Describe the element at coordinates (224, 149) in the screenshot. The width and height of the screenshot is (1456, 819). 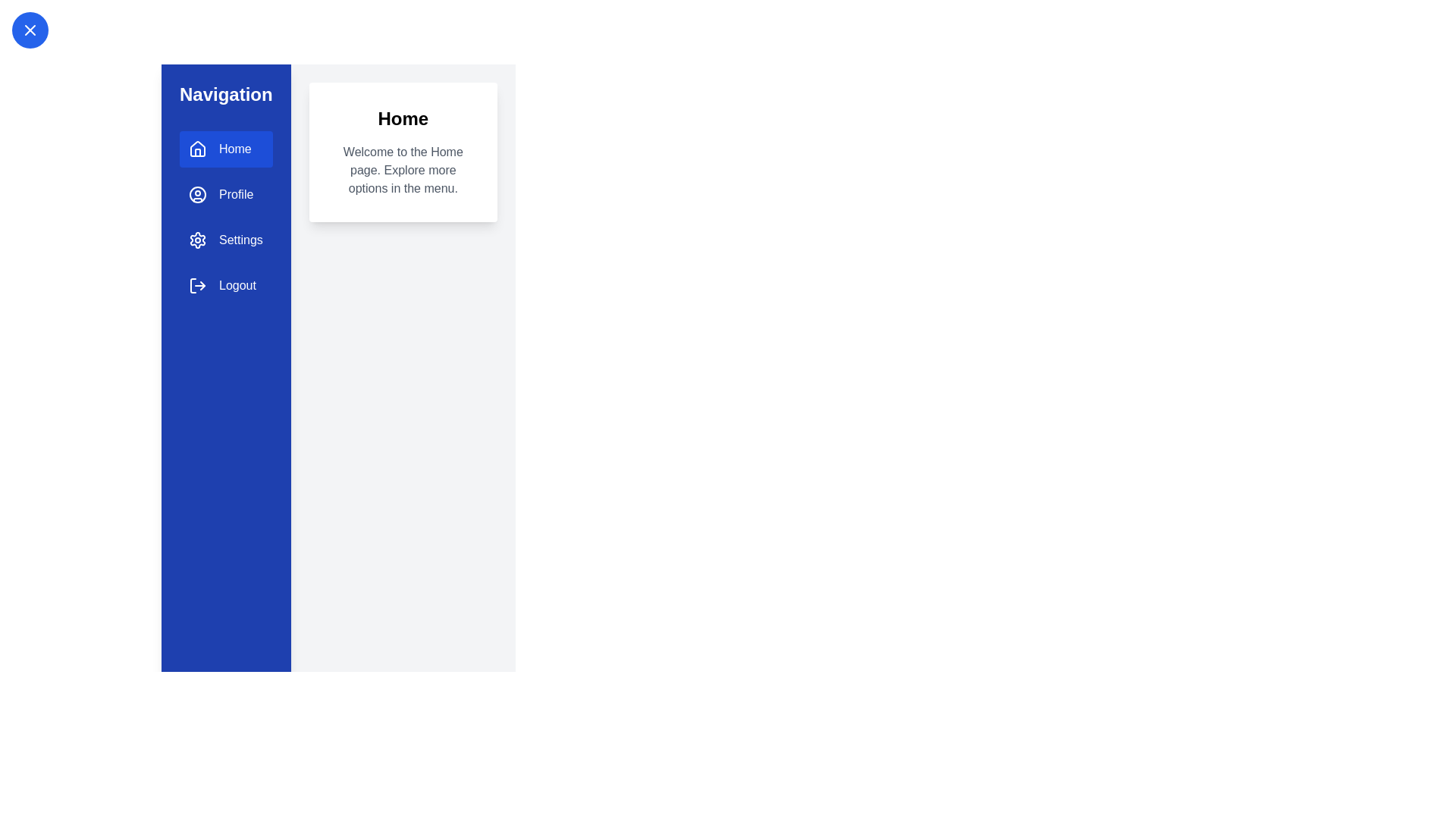
I see `the Home navigation option from the drawer` at that location.